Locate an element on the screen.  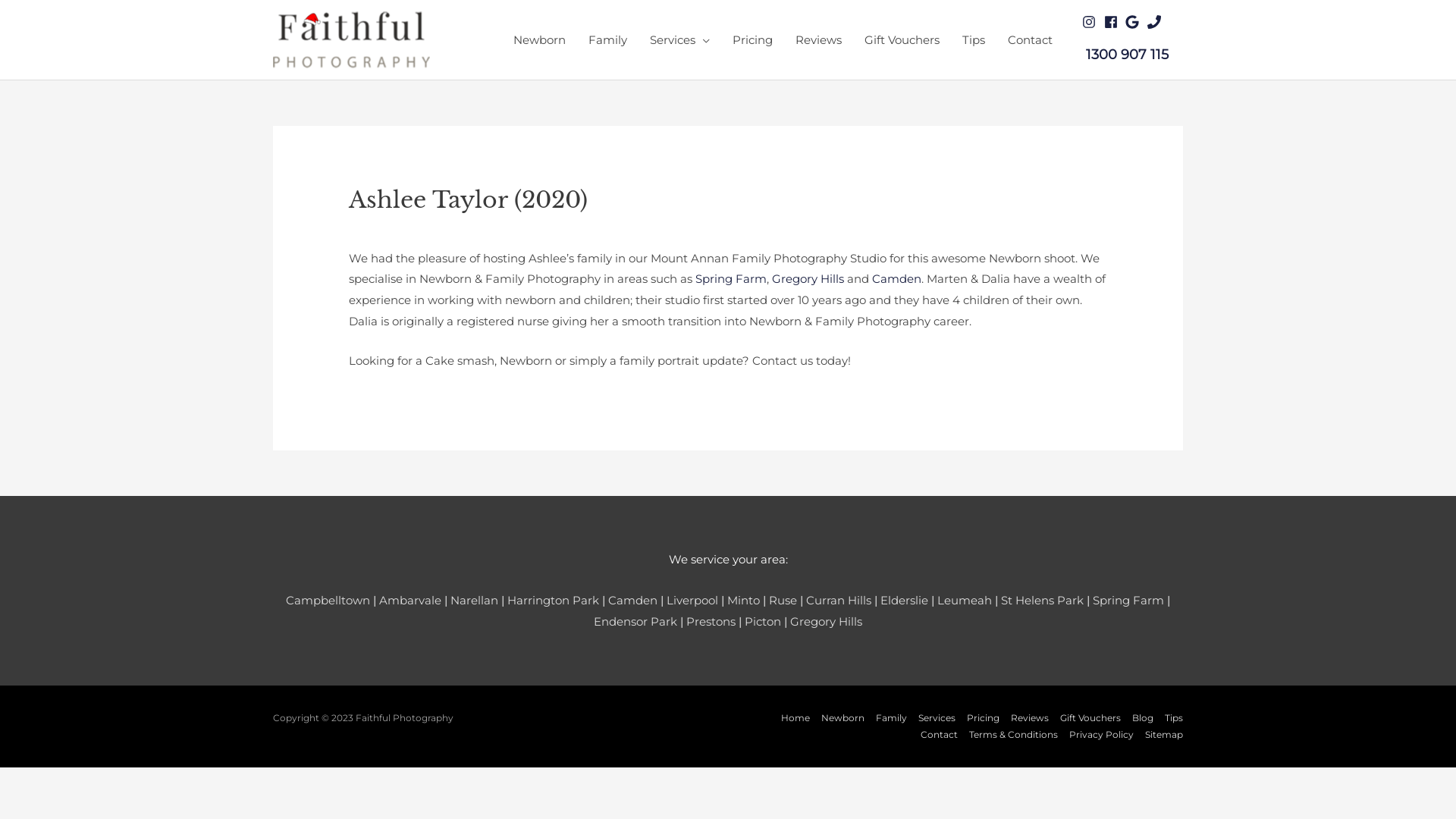
'Prestons' is located at coordinates (710, 621).